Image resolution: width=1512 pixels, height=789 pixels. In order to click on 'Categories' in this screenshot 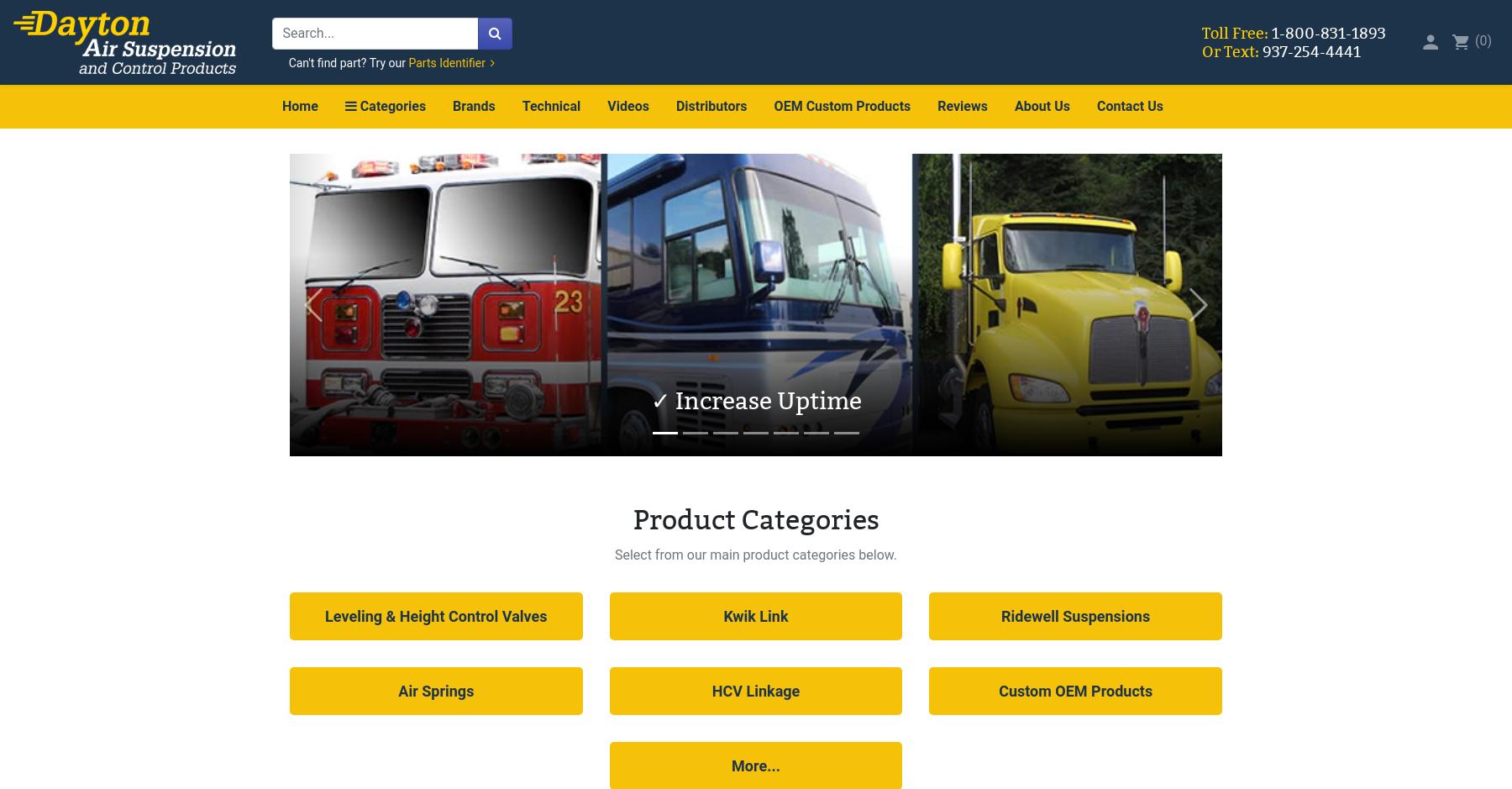, I will do `click(390, 105)`.